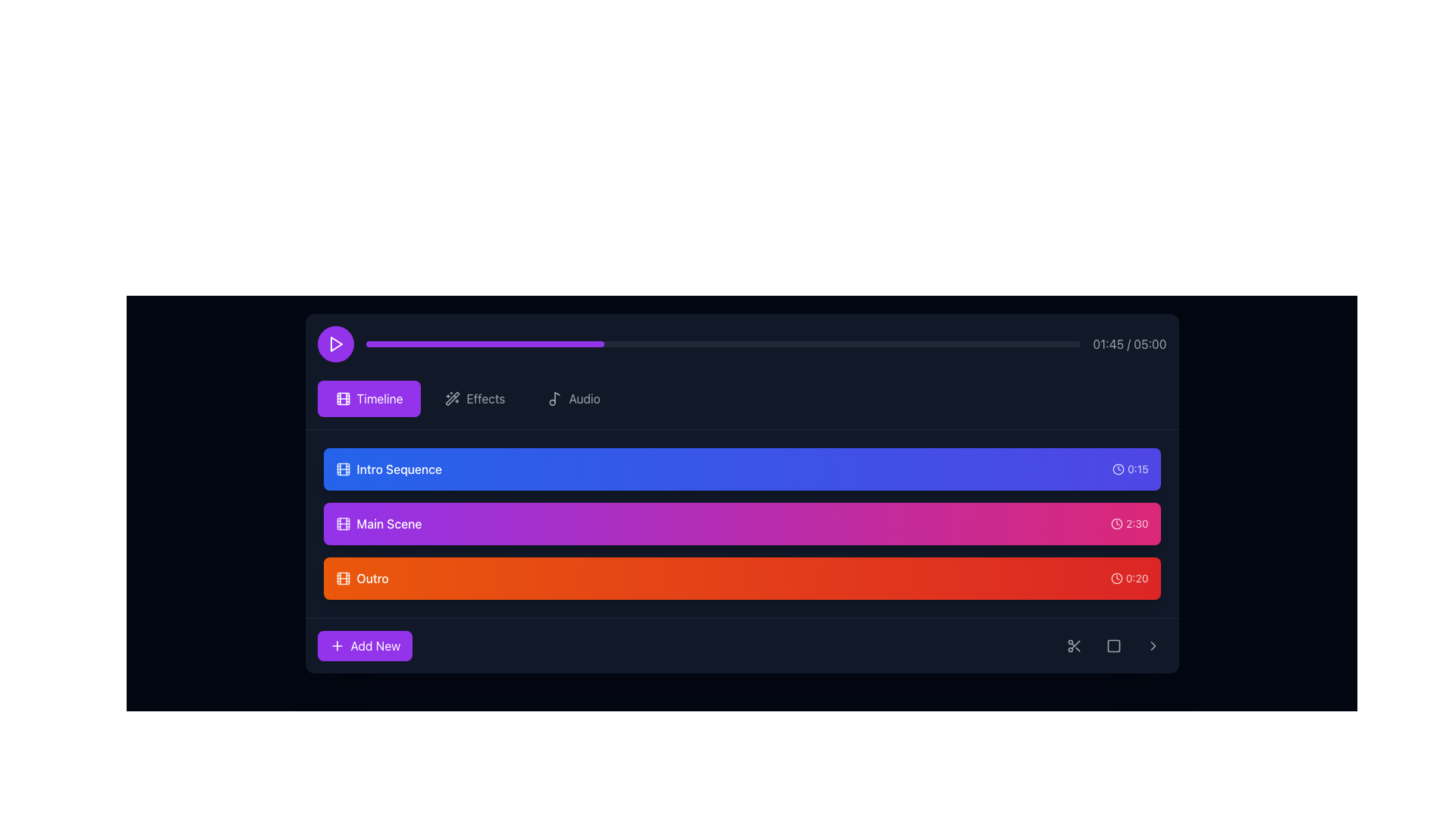  I want to click on the 'Effects' icon located in the top navigation bar, so click(452, 397).